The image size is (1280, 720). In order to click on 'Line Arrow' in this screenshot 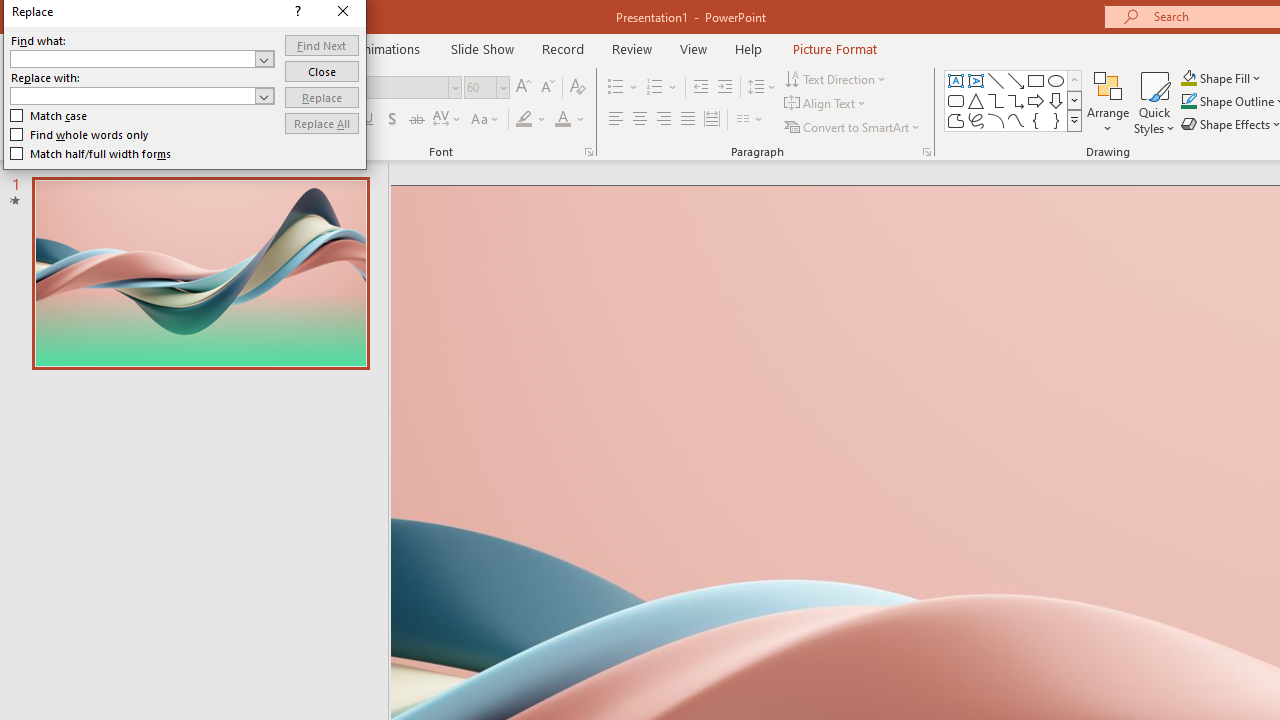, I will do `click(1016, 80)`.